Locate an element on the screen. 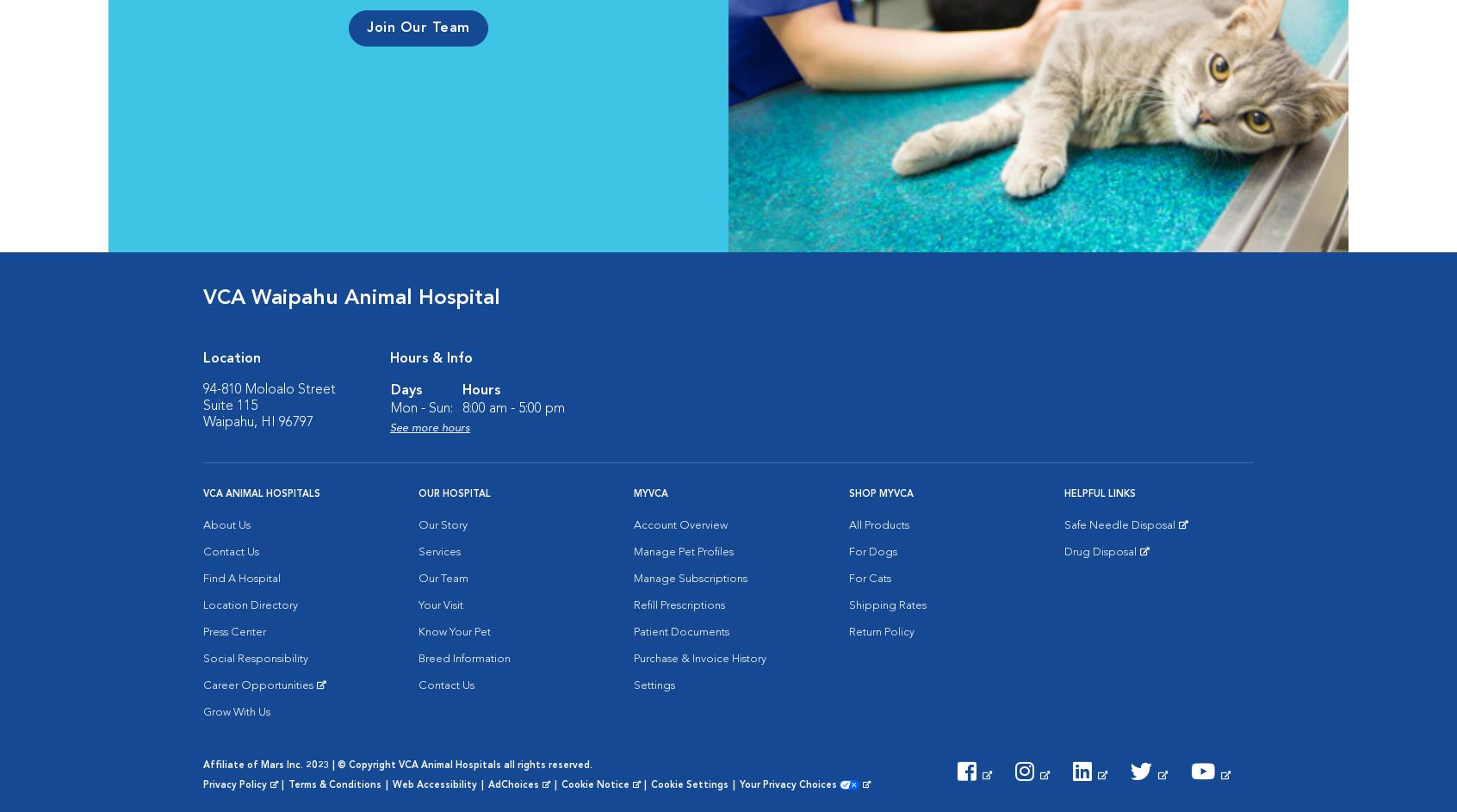 This screenshot has width=1457, height=812. 'Know Your Pet' is located at coordinates (455, 632).